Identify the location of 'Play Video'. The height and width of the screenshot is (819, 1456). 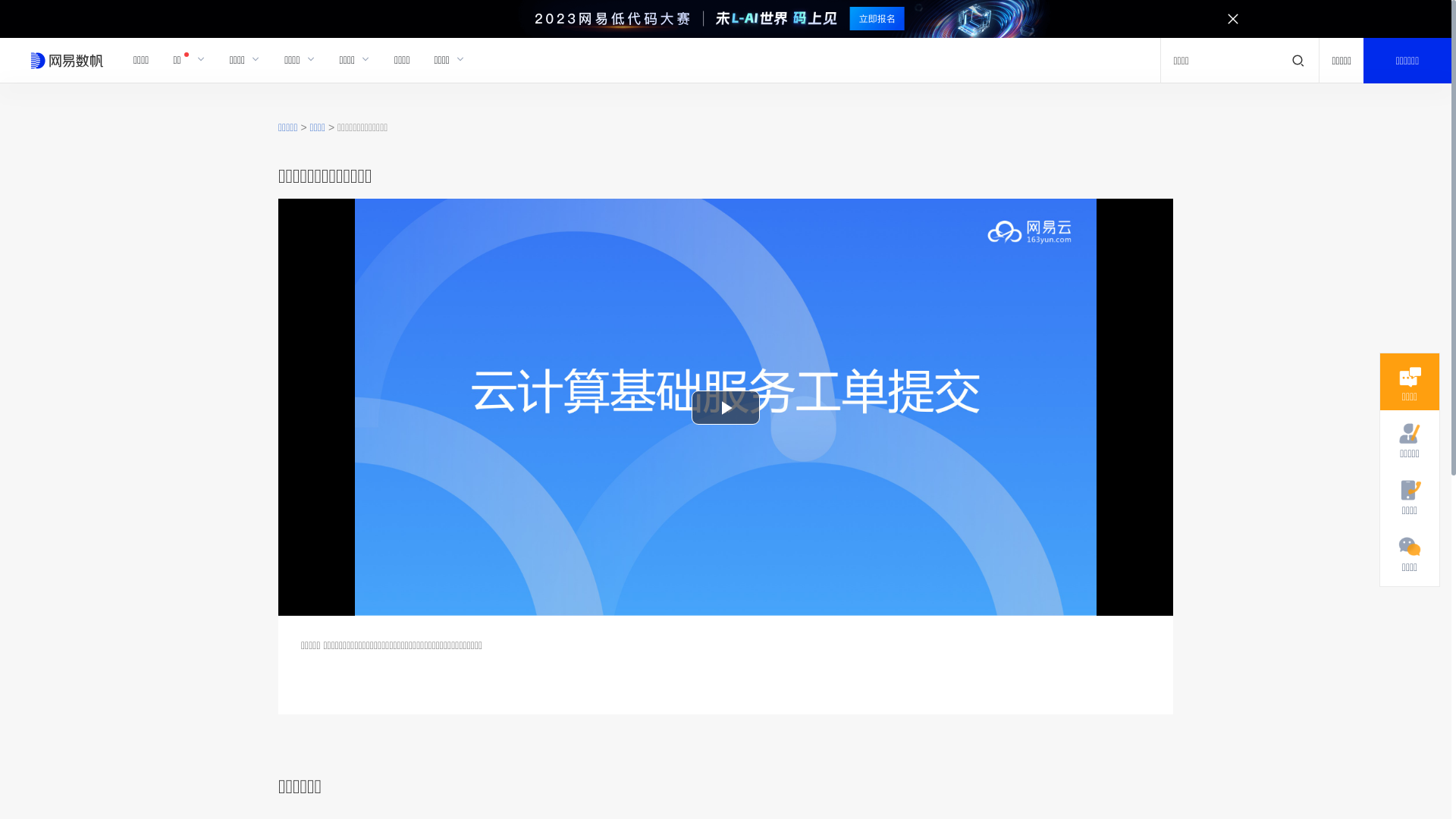
(724, 406).